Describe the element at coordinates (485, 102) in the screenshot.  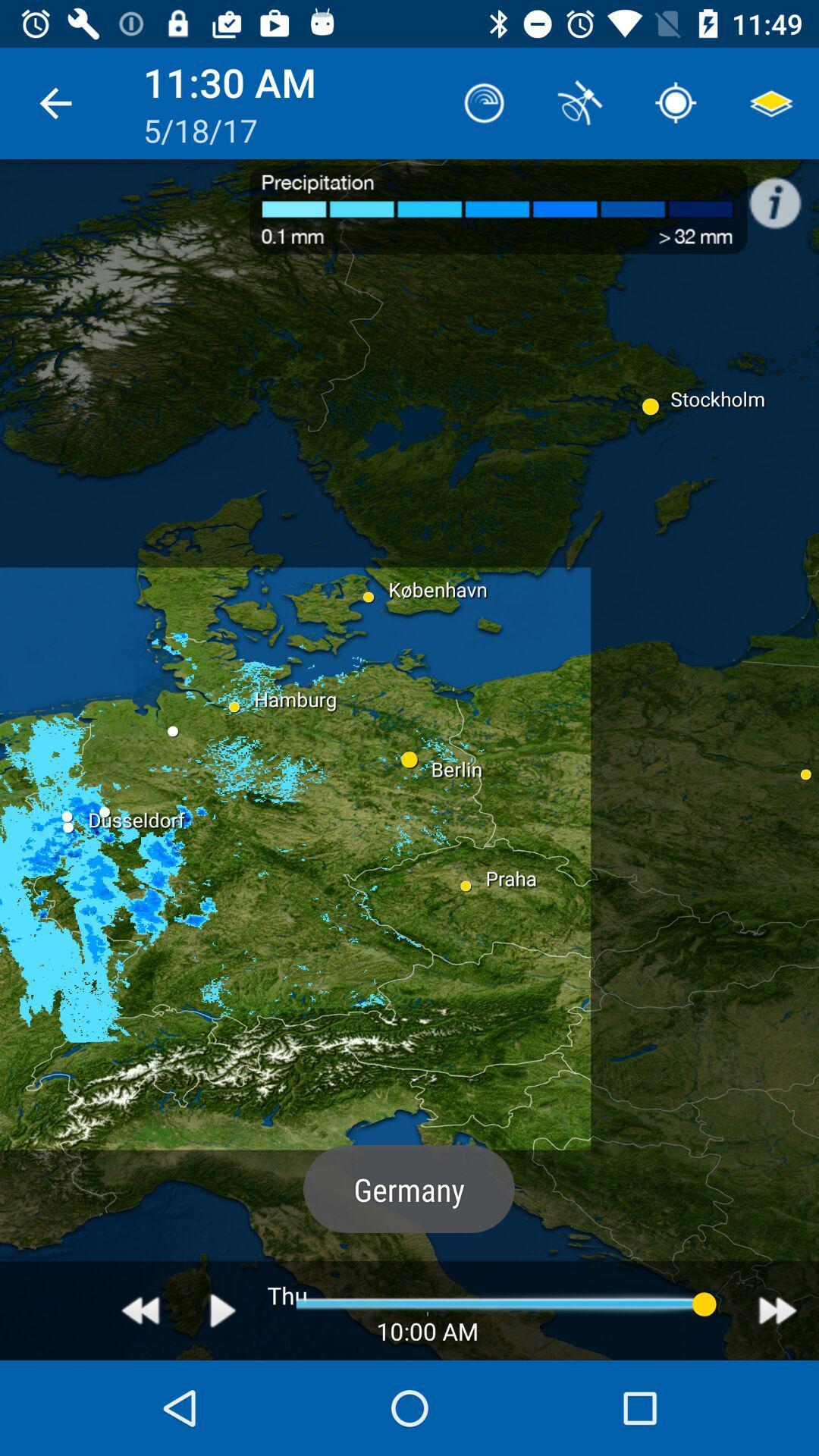
I see `icon to the right of 11:30 am icon` at that location.